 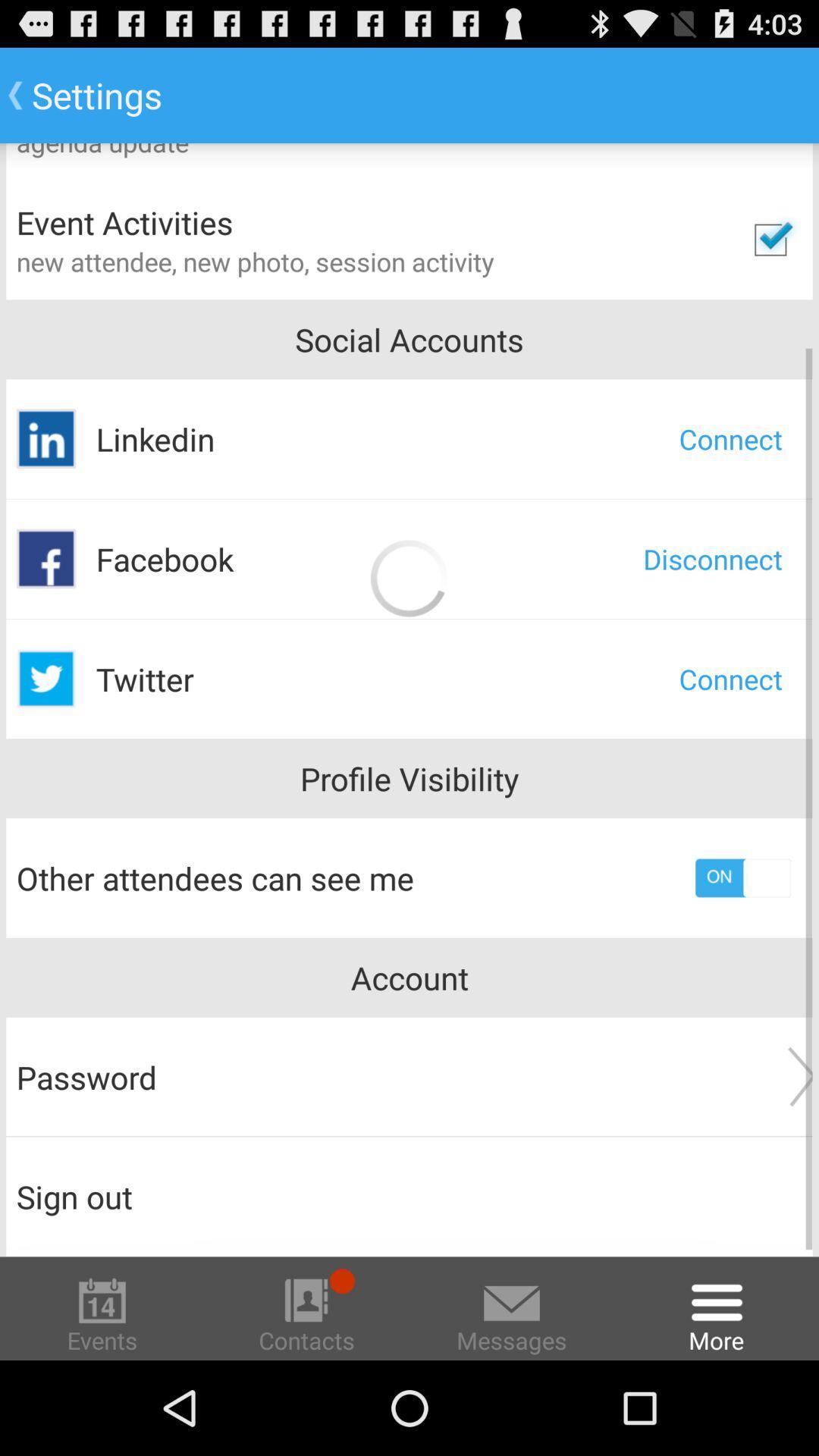 I want to click on the app above the account item, so click(x=742, y=877).